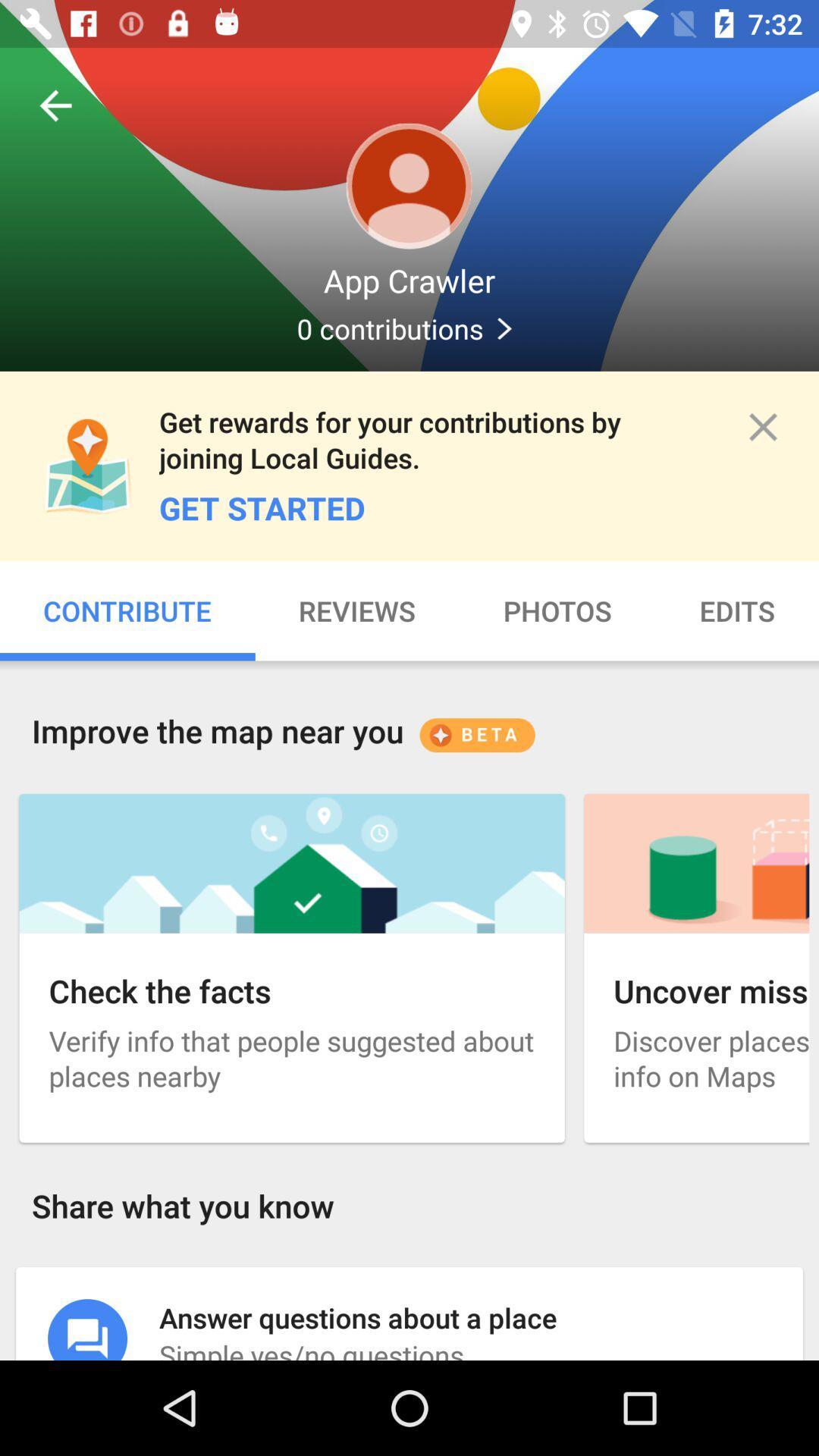 This screenshot has height=1456, width=819. What do you see at coordinates (357, 610) in the screenshot?
I see `item to the left of photos` at bounding box center [357, 610].